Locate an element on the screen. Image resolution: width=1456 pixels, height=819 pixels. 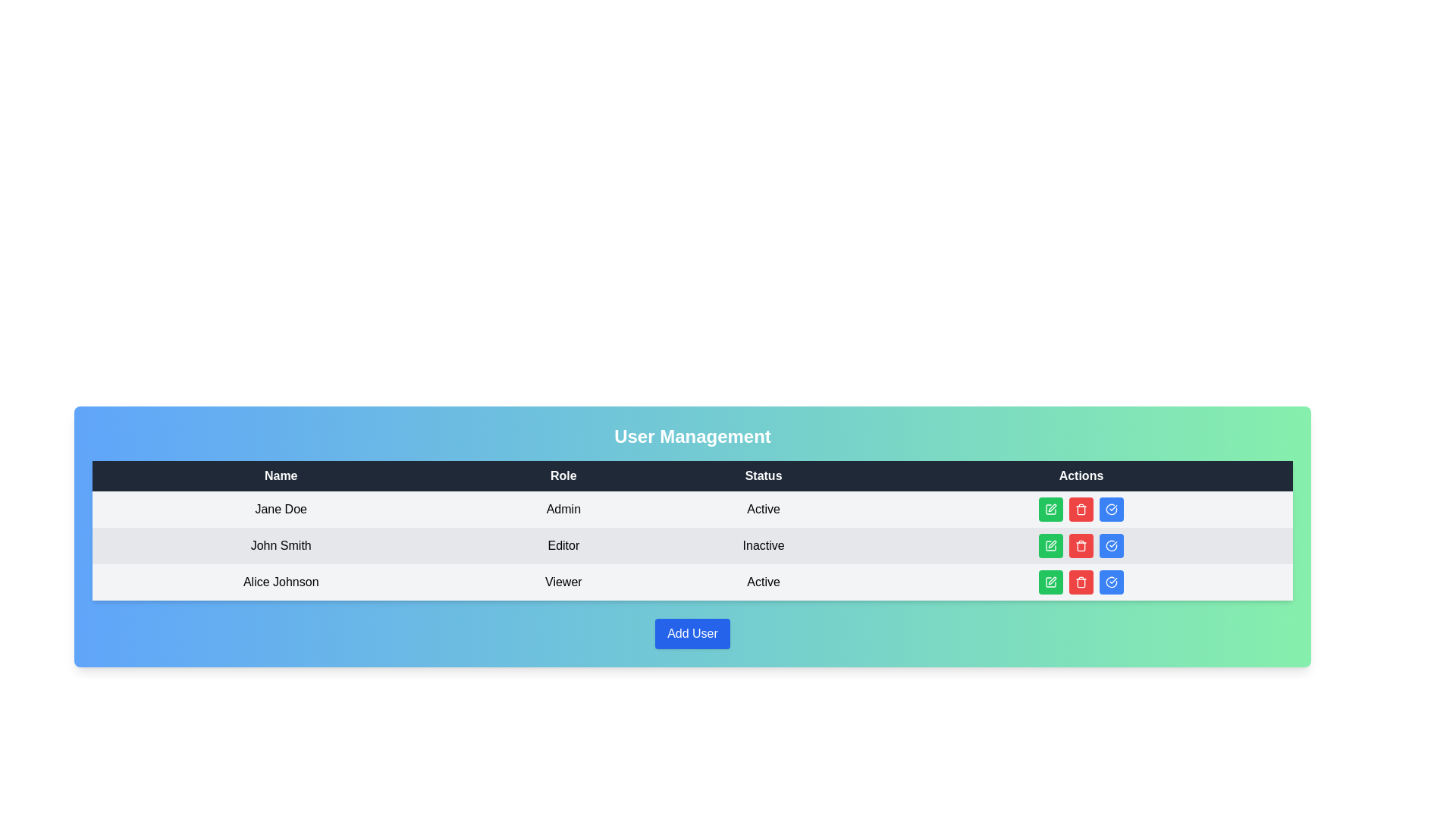
the confirmation button with a blue background and white checkmark icon in the Actions column of the user management table is located at coordinates (1111, 509).